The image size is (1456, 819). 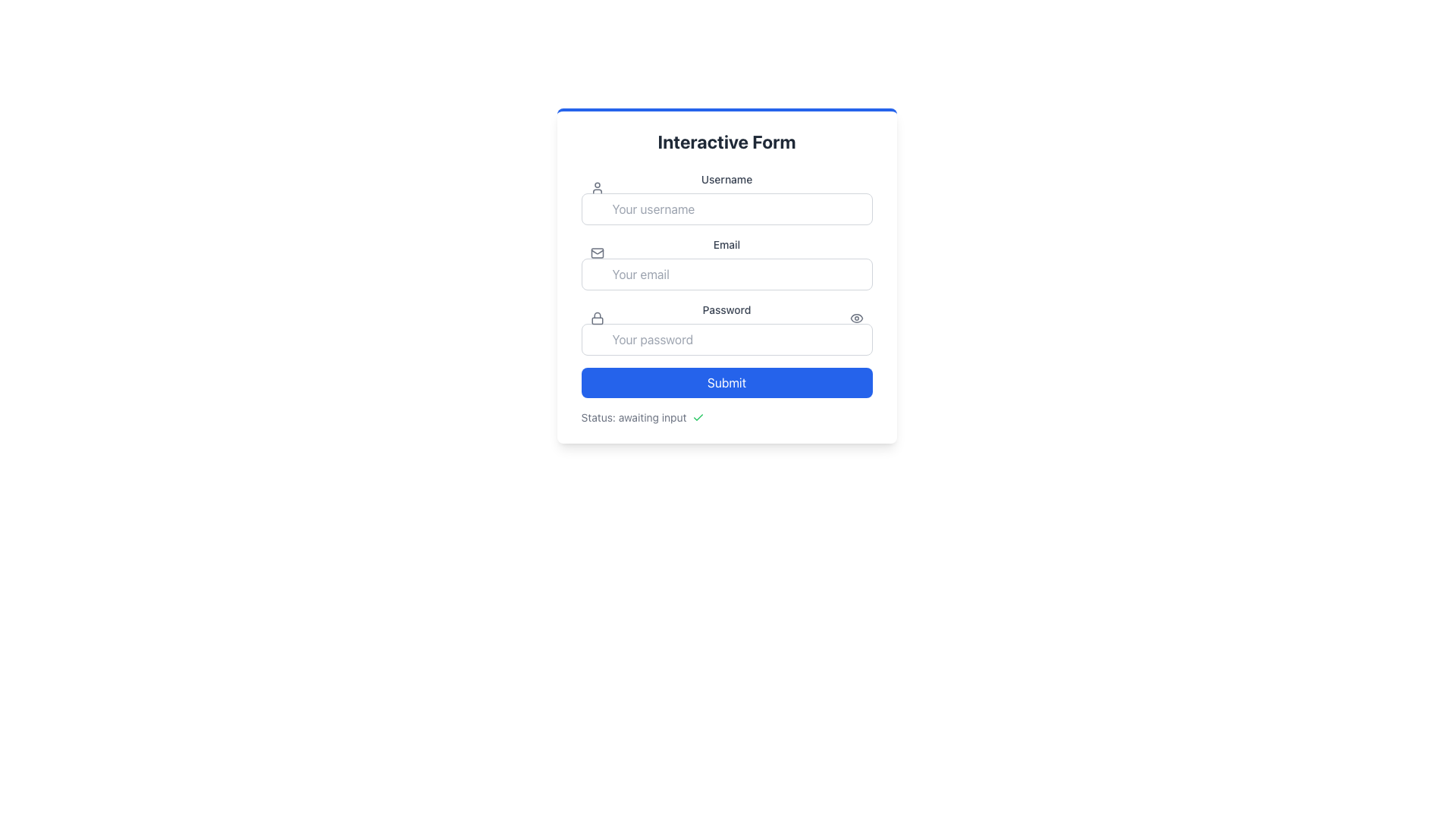 I want to click on the green checkmark icon indicating success, located to the right of the text 'Status: awaiting input' at the bottom of the interface, so click(x=698, y=418).